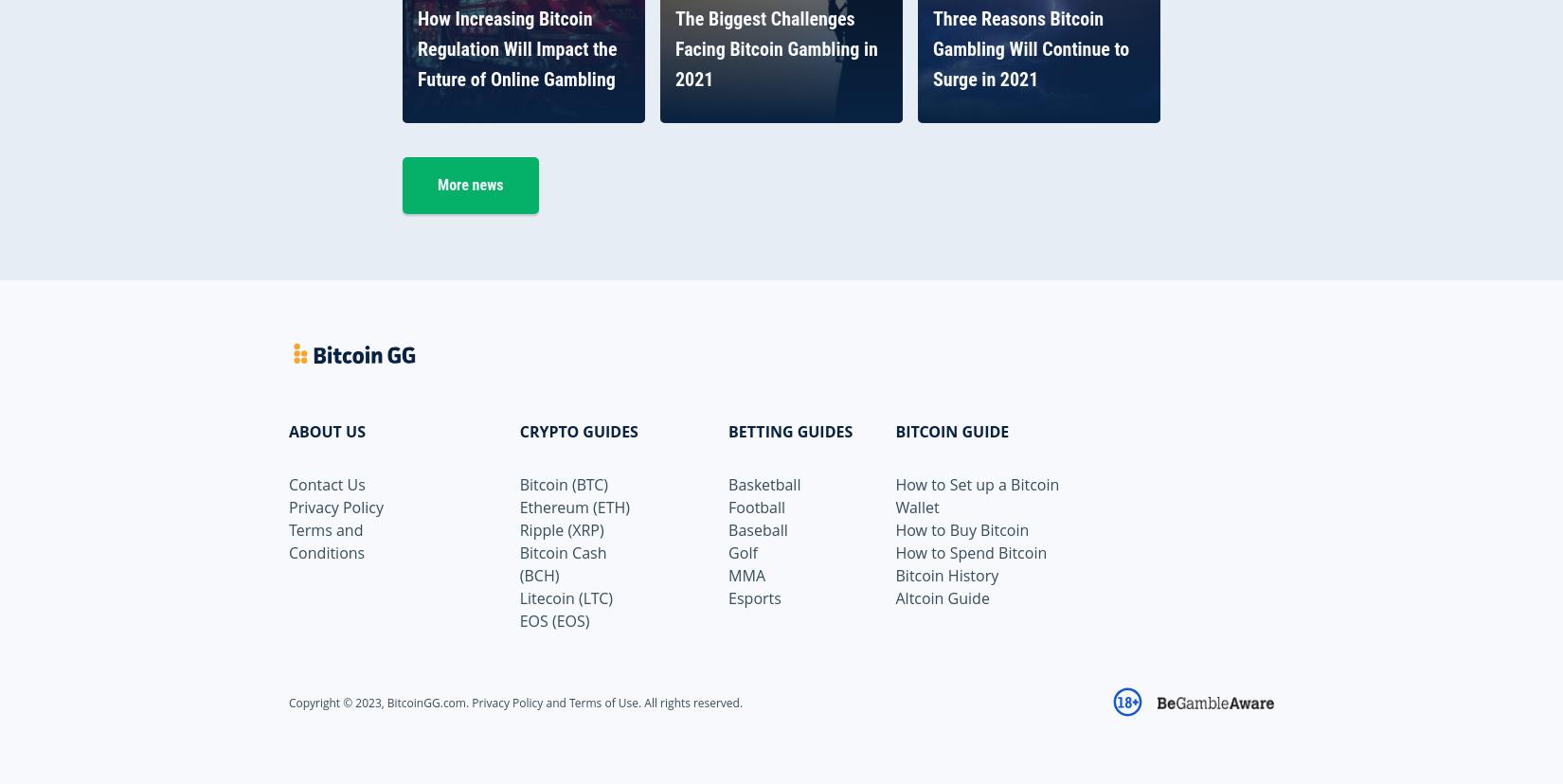  Describe the element at coordinates (288, 483) in the screenshot. I see `'Contact Us'` at that location.